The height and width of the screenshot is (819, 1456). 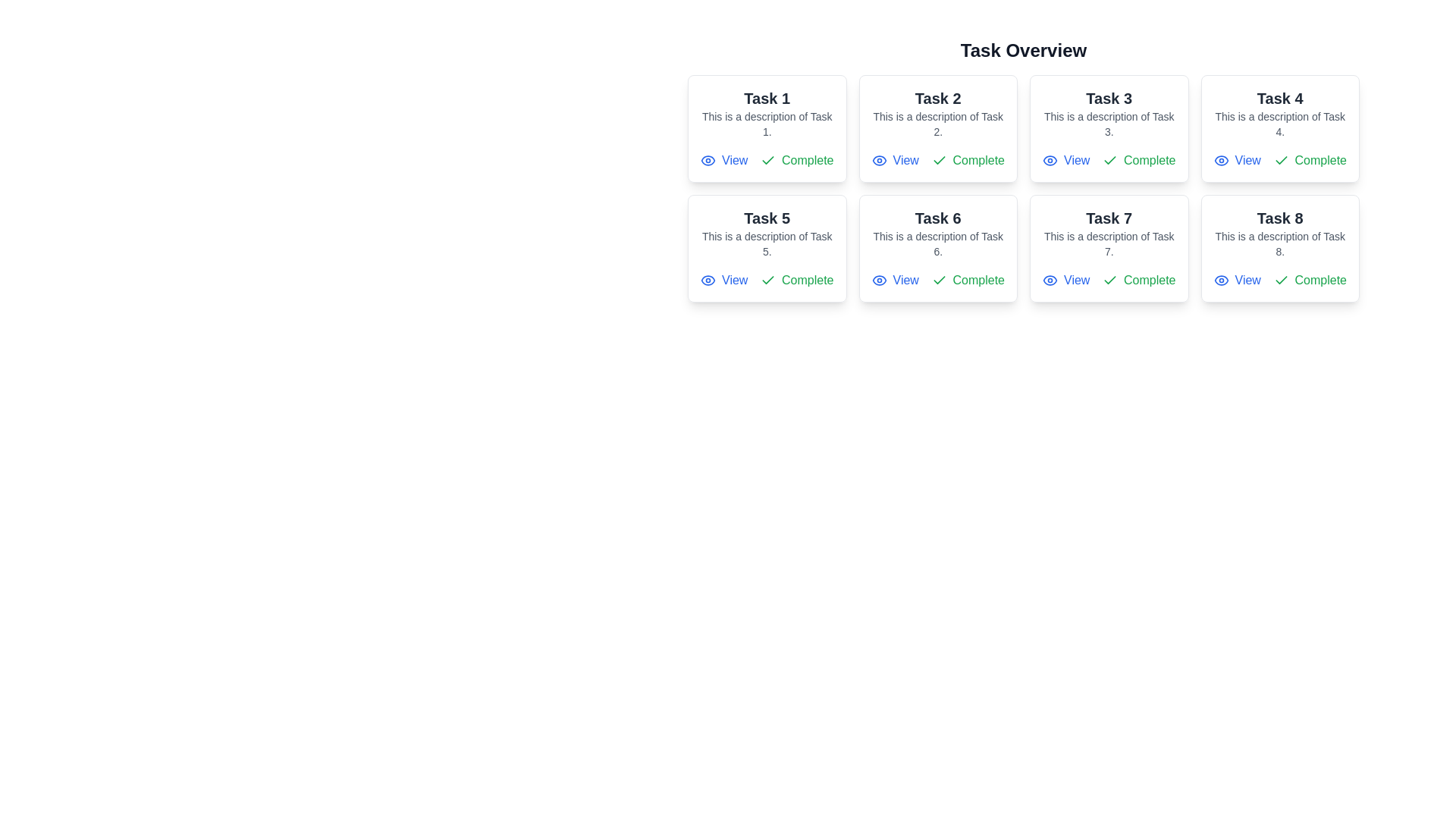 I want to click on the leftmost sub-component of the 'View' icon in the fourth task card located in the top-right section of the task cards, so click(x=1221, y=161).